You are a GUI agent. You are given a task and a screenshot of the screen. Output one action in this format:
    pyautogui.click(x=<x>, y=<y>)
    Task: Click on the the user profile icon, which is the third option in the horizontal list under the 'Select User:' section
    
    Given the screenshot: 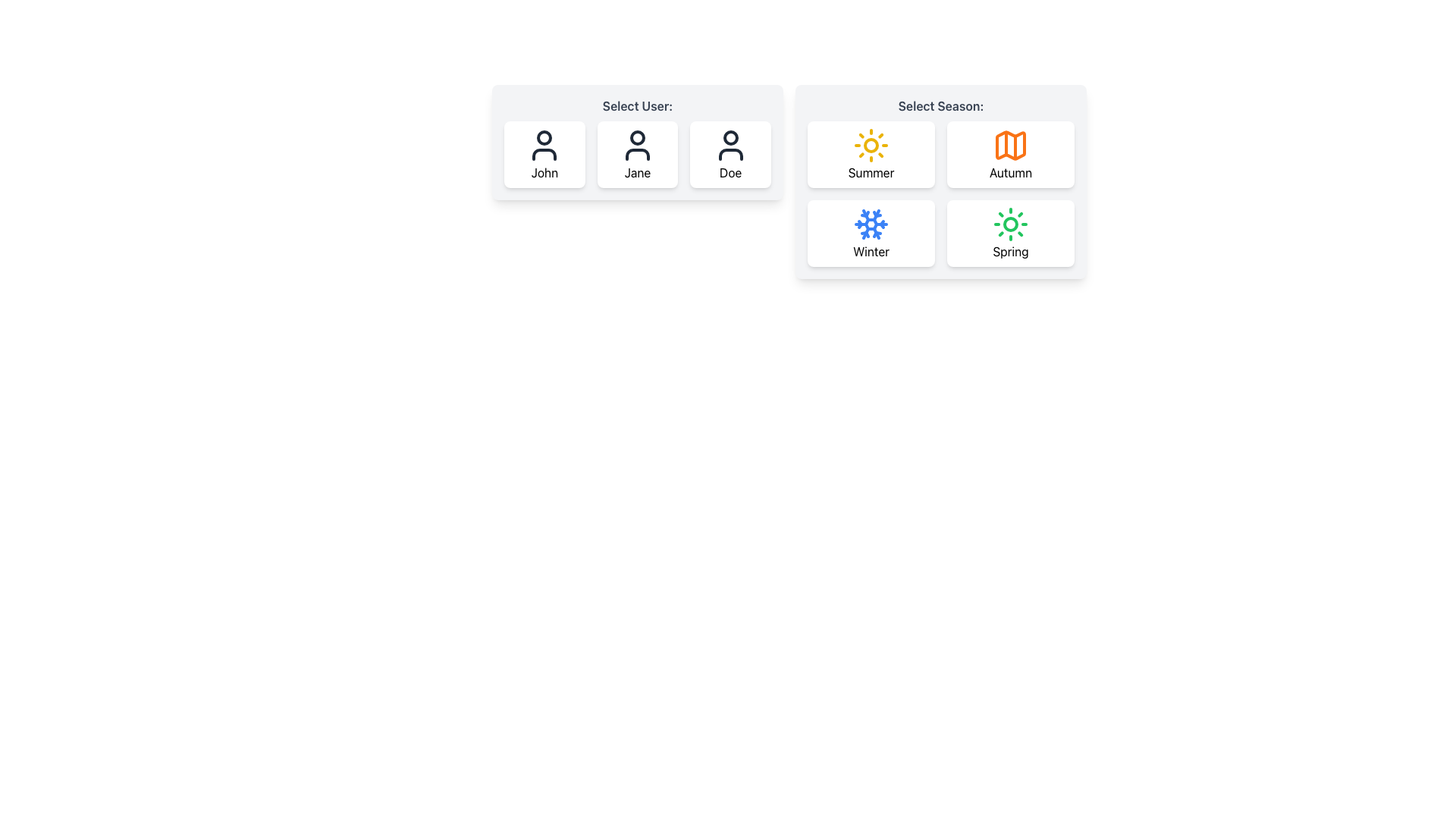 What is the action you would take?
    pyautogui.click(x=730, y=146)
    